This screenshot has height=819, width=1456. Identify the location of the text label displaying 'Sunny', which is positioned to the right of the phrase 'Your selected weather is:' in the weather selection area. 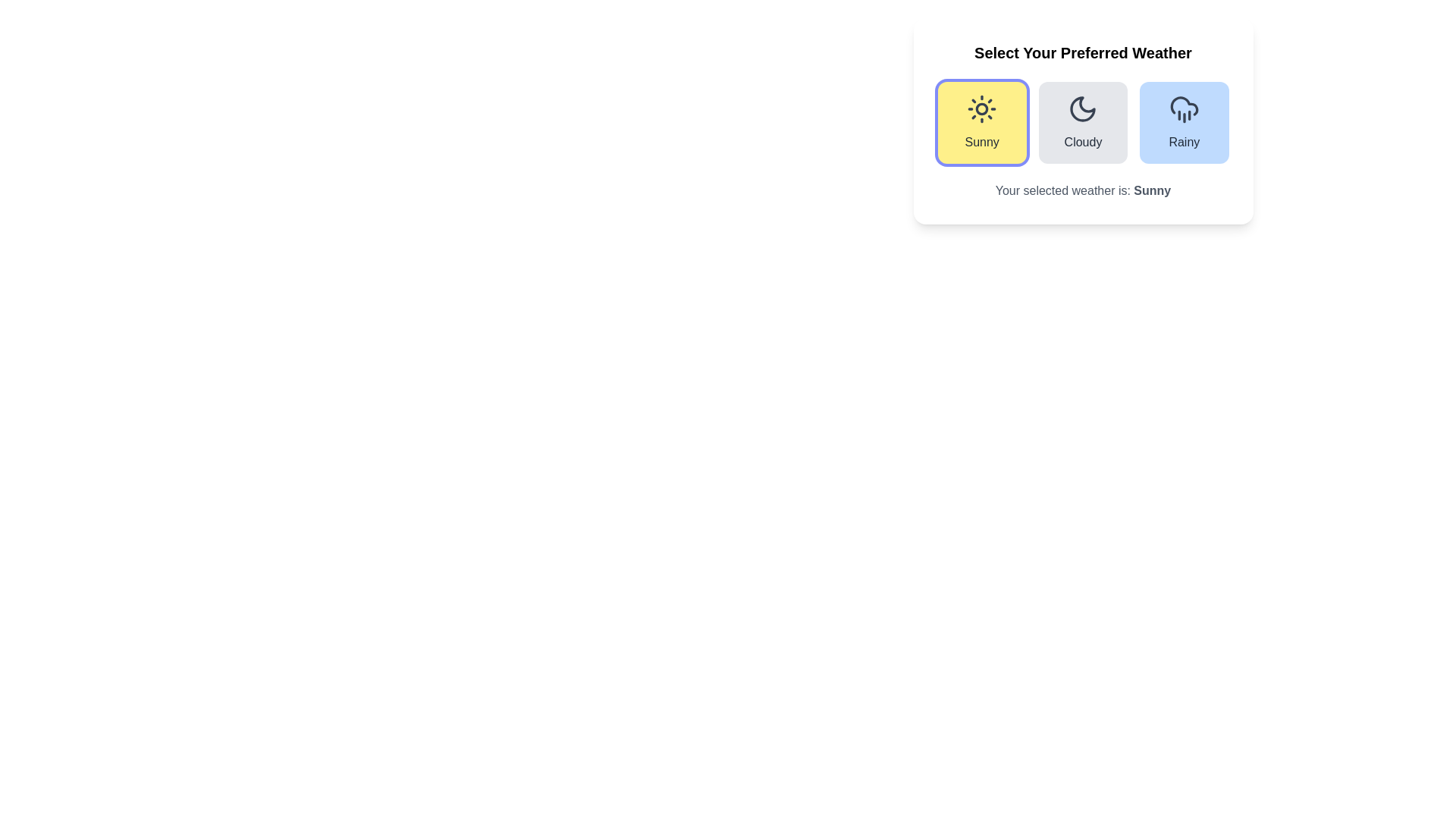
(1152, 190).